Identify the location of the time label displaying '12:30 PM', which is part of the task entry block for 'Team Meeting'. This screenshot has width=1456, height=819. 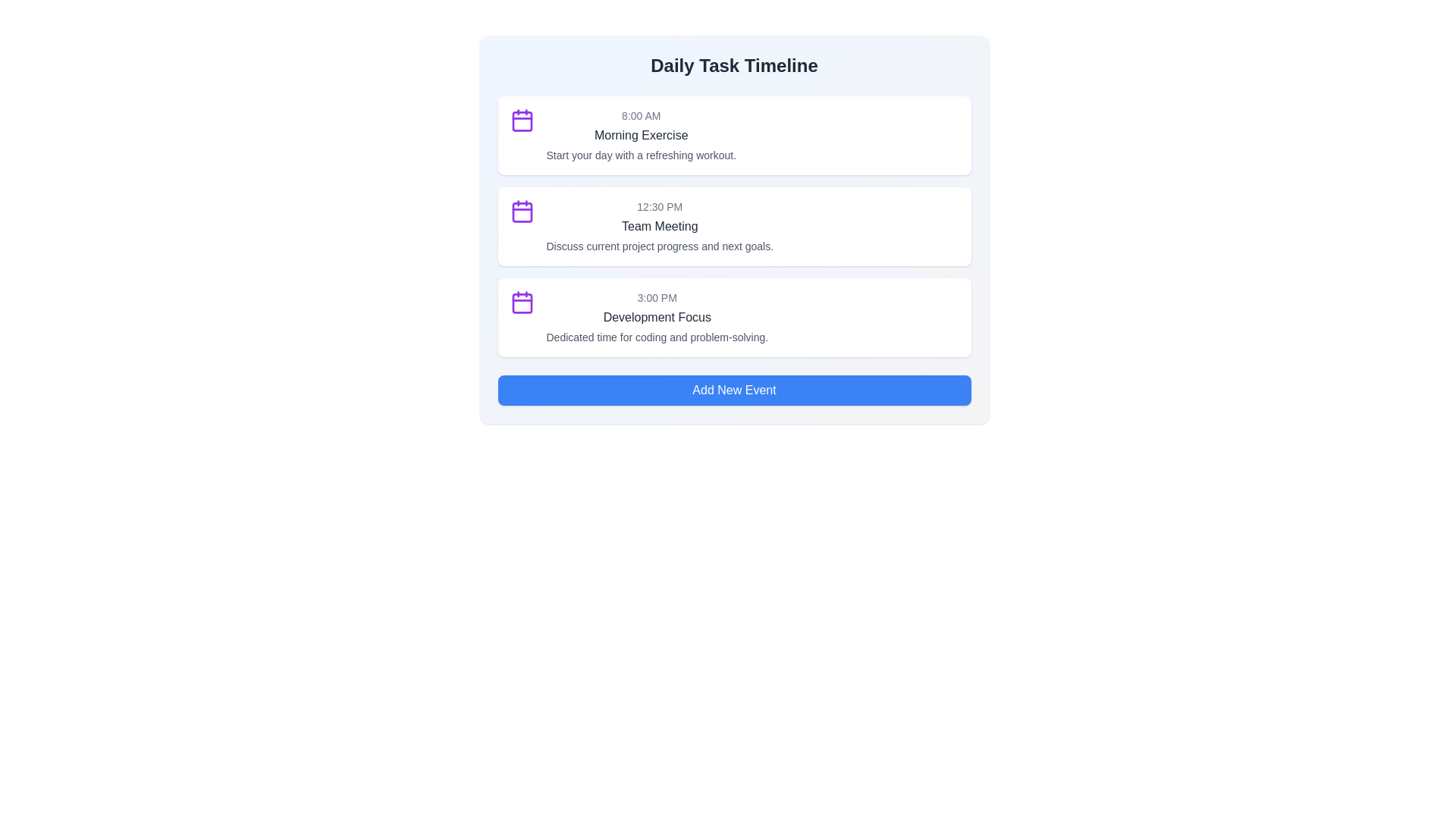
(660, 207).